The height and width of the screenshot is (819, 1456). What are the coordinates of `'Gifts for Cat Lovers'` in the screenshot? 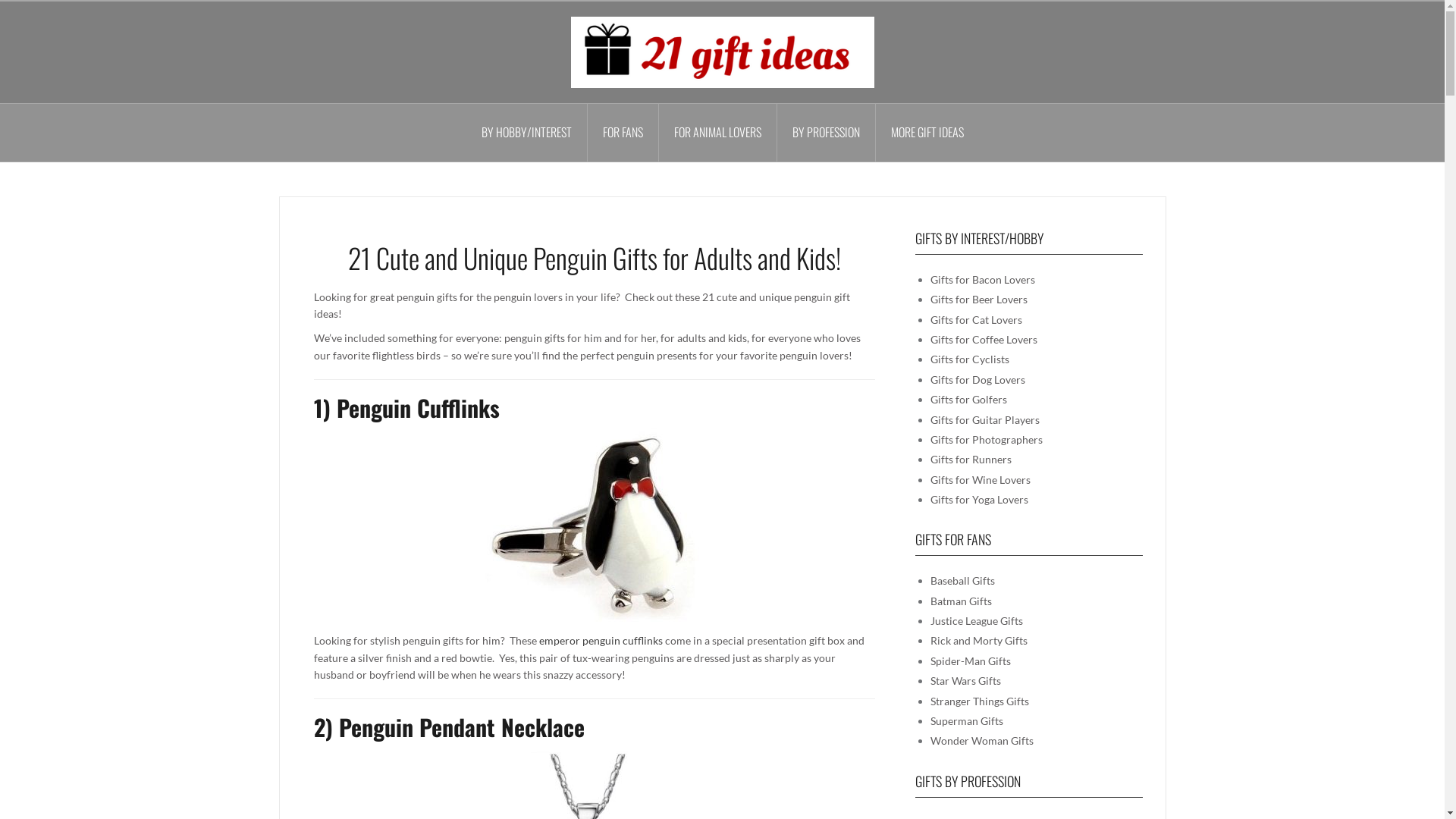 It's located at (975, 318).